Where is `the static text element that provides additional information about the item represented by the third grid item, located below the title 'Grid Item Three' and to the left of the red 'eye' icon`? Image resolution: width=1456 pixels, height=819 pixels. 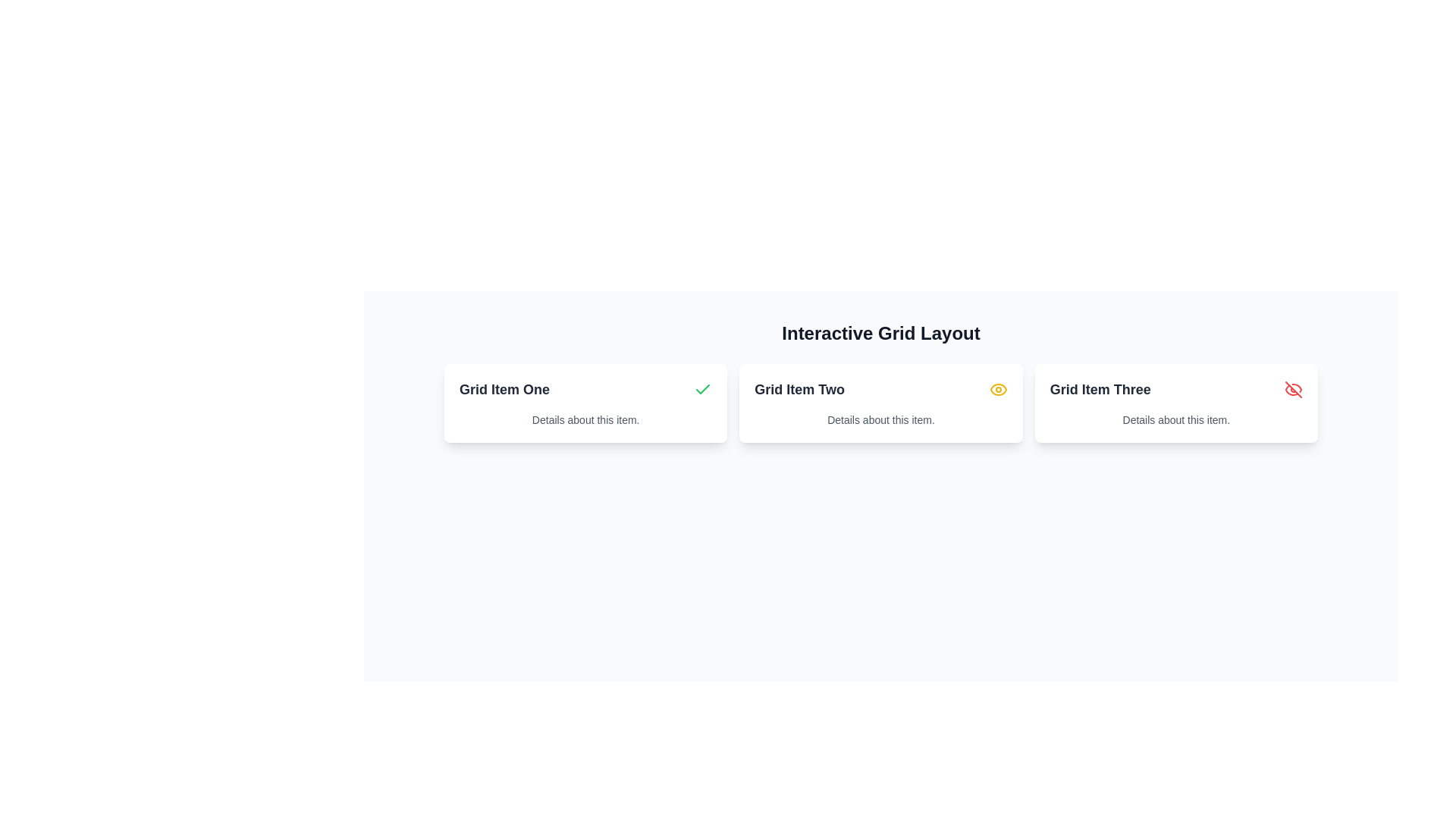 the static text element that provides additional information about the item represented by the third grid item, located below the title 'Grid Item Three' and to the left of the red 'eye' icon is located at coordinates (1175, 420).